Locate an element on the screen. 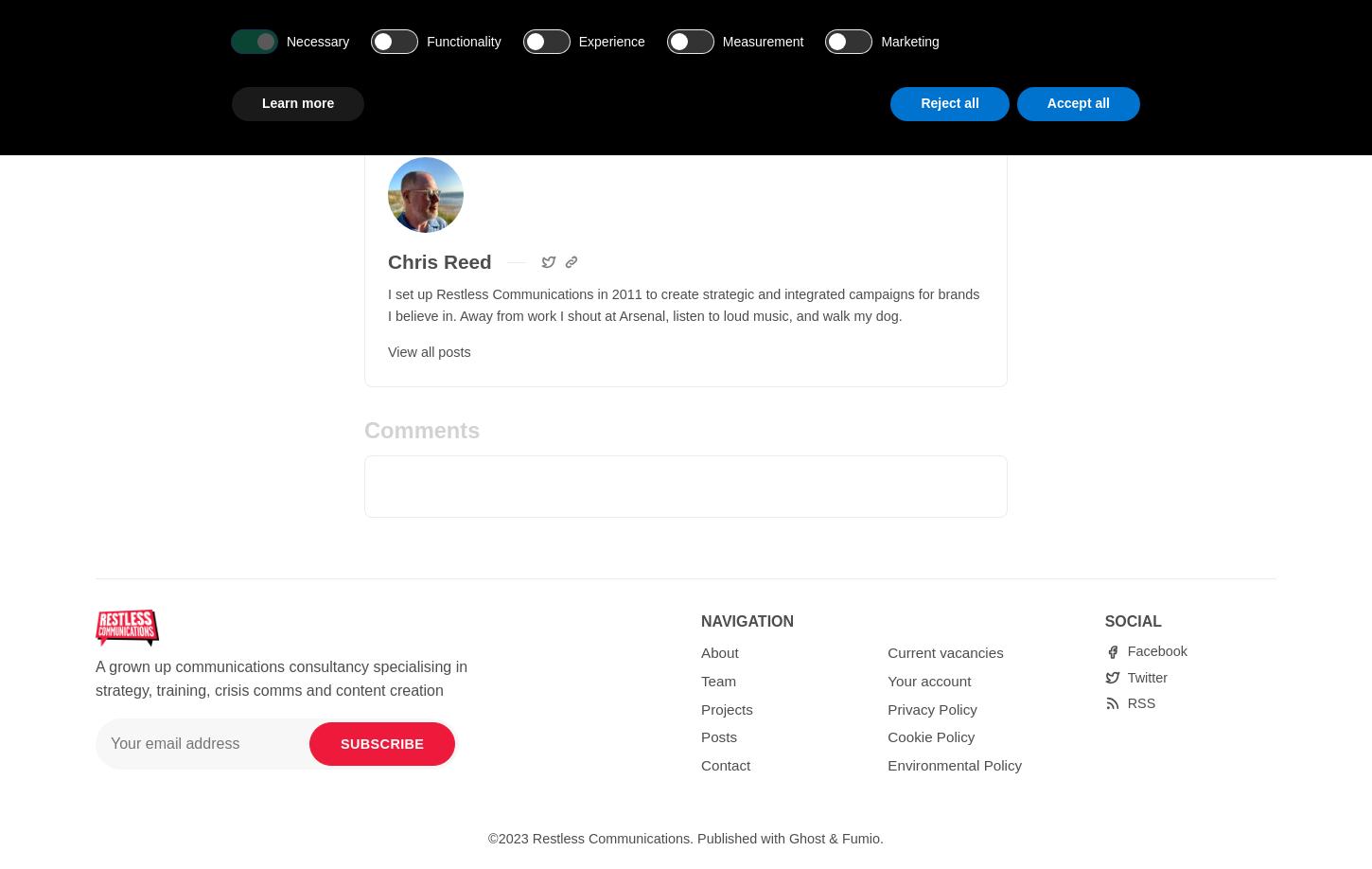  'social media training' is located at coordinates (653, 13).